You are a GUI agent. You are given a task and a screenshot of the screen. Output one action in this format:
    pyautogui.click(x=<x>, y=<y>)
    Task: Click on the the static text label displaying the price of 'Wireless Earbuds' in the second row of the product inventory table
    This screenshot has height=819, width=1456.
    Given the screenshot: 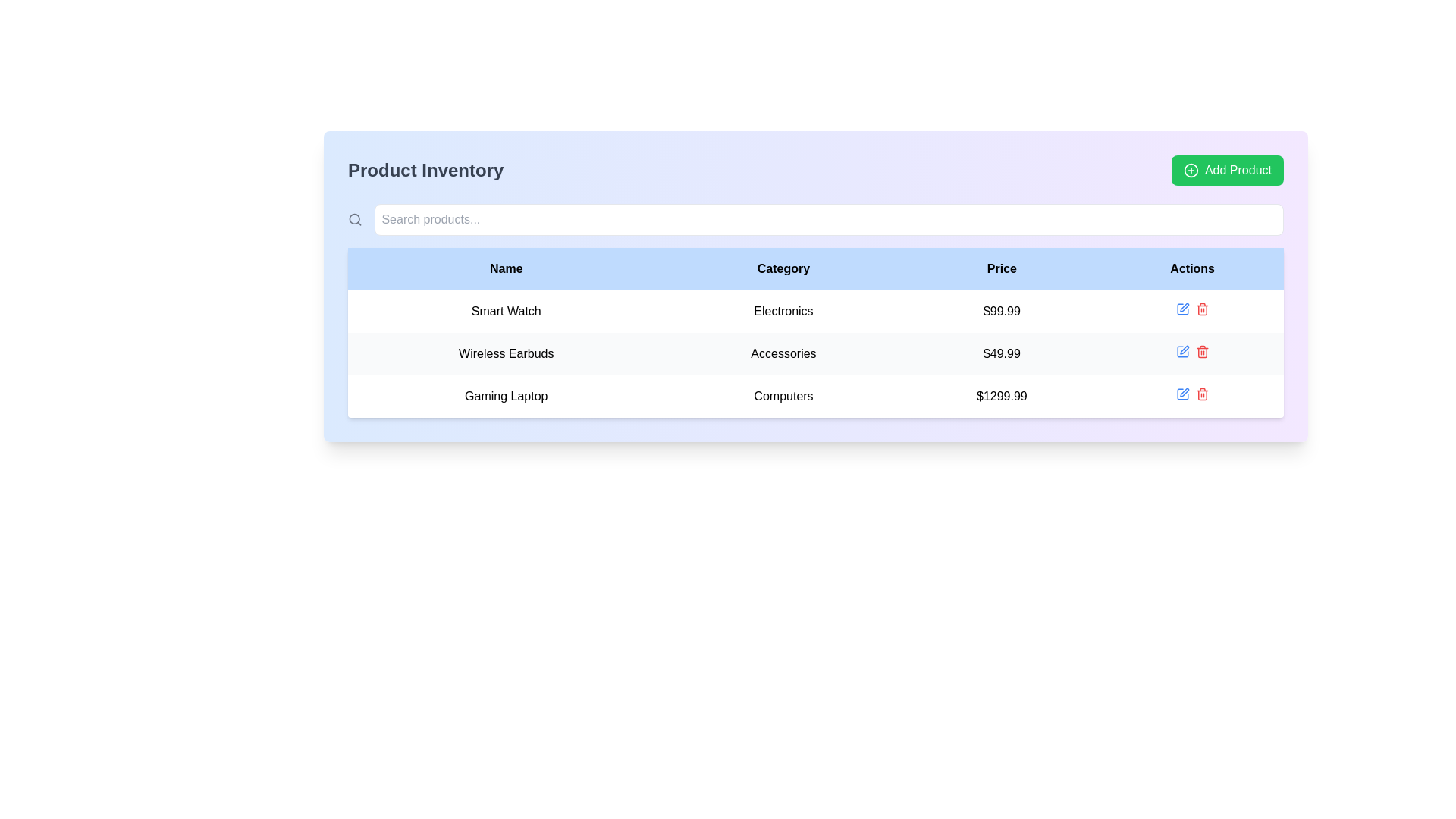 What is the action you would take?
    pyautogui.click(x=1002, y=353)
    